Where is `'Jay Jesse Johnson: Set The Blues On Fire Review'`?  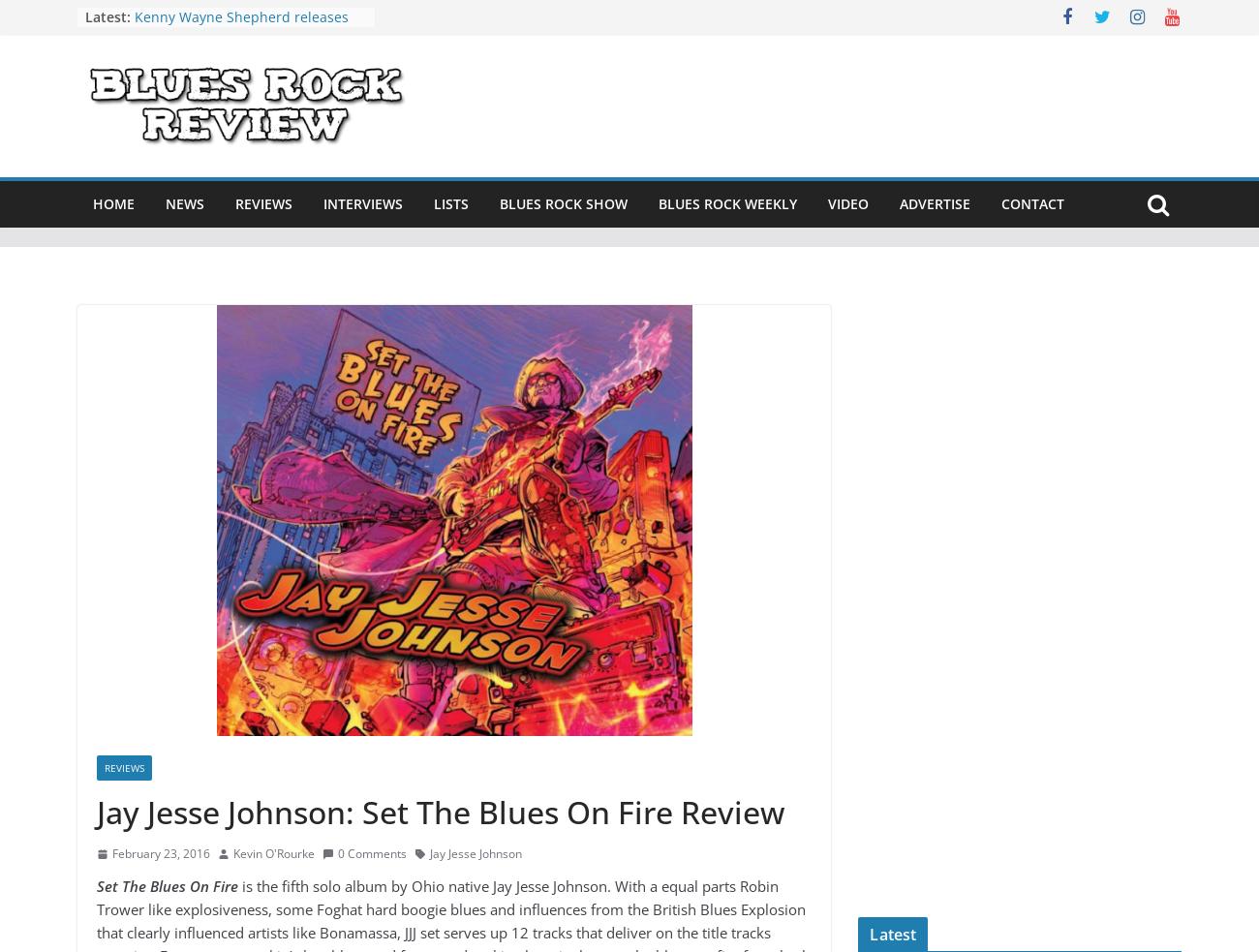 'Jay Jesse Johnson: Set The Blues On Fire Review' is located at coordinates (439, 812).